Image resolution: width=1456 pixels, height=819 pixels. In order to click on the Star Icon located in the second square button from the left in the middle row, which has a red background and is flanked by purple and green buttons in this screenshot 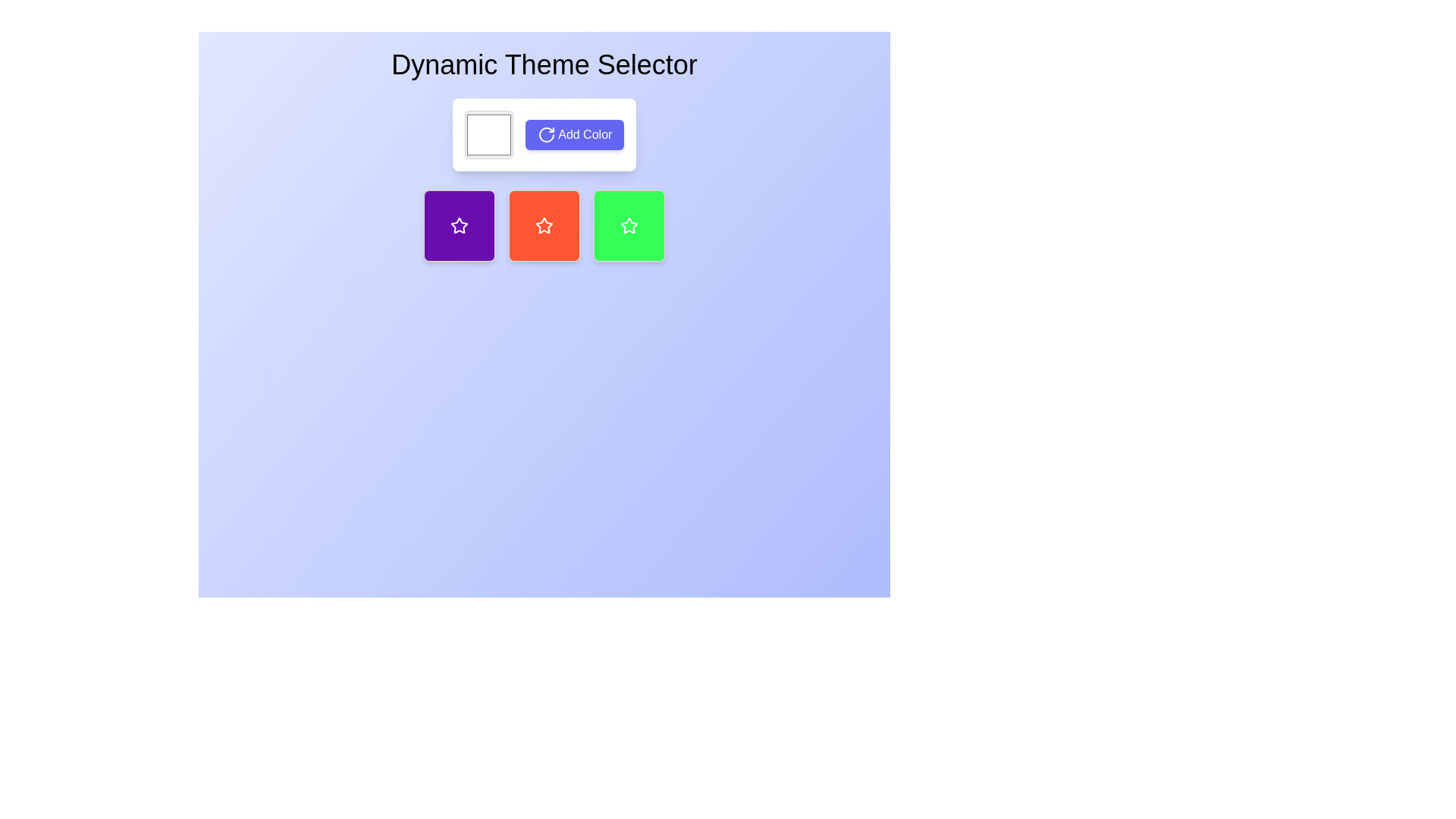, I will do `click(544, 225)`.